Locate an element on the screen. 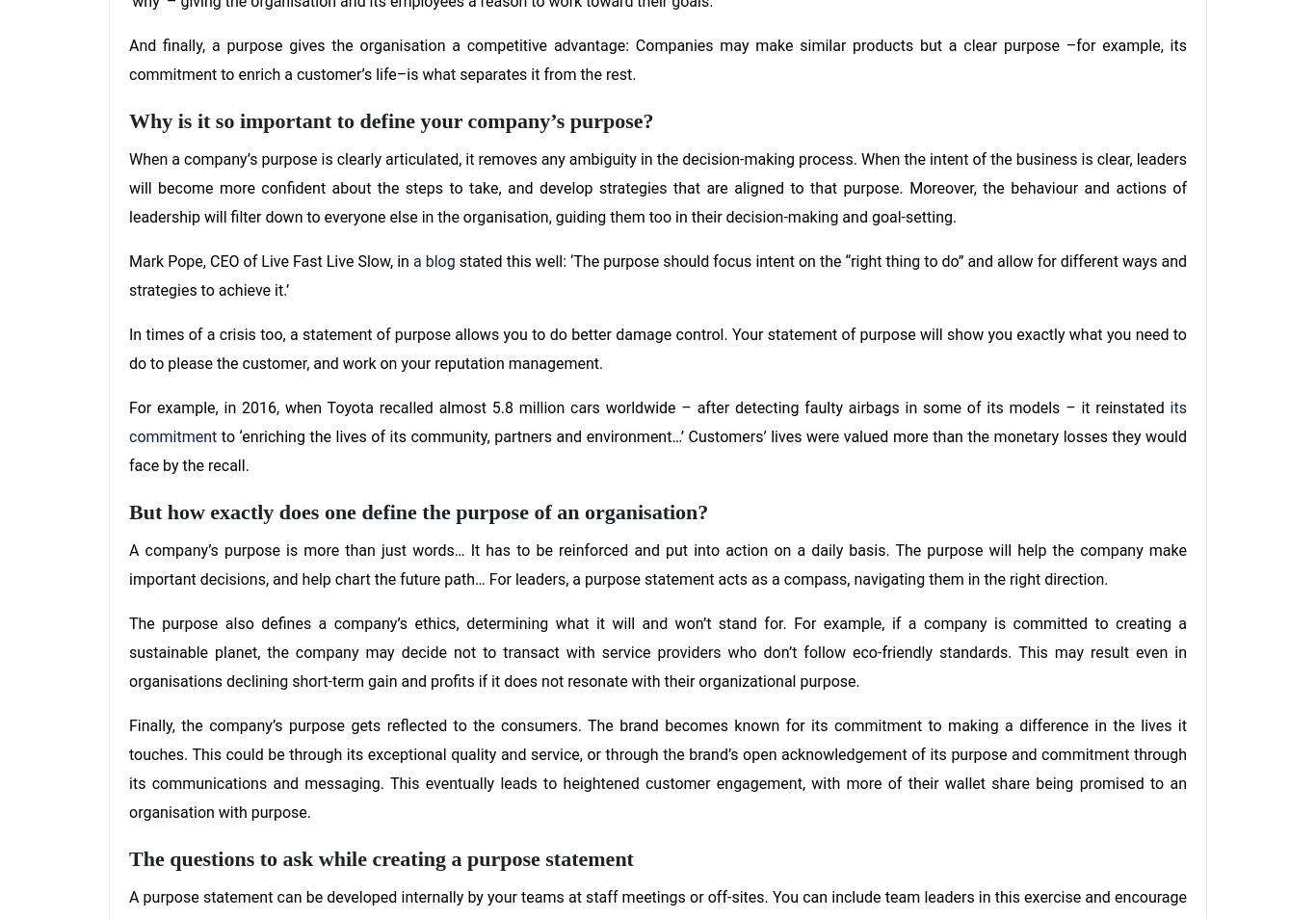 Image resolution: width=1316 pixels, height=919 pixels. 'a blog' is located at coordinates (432, 260).